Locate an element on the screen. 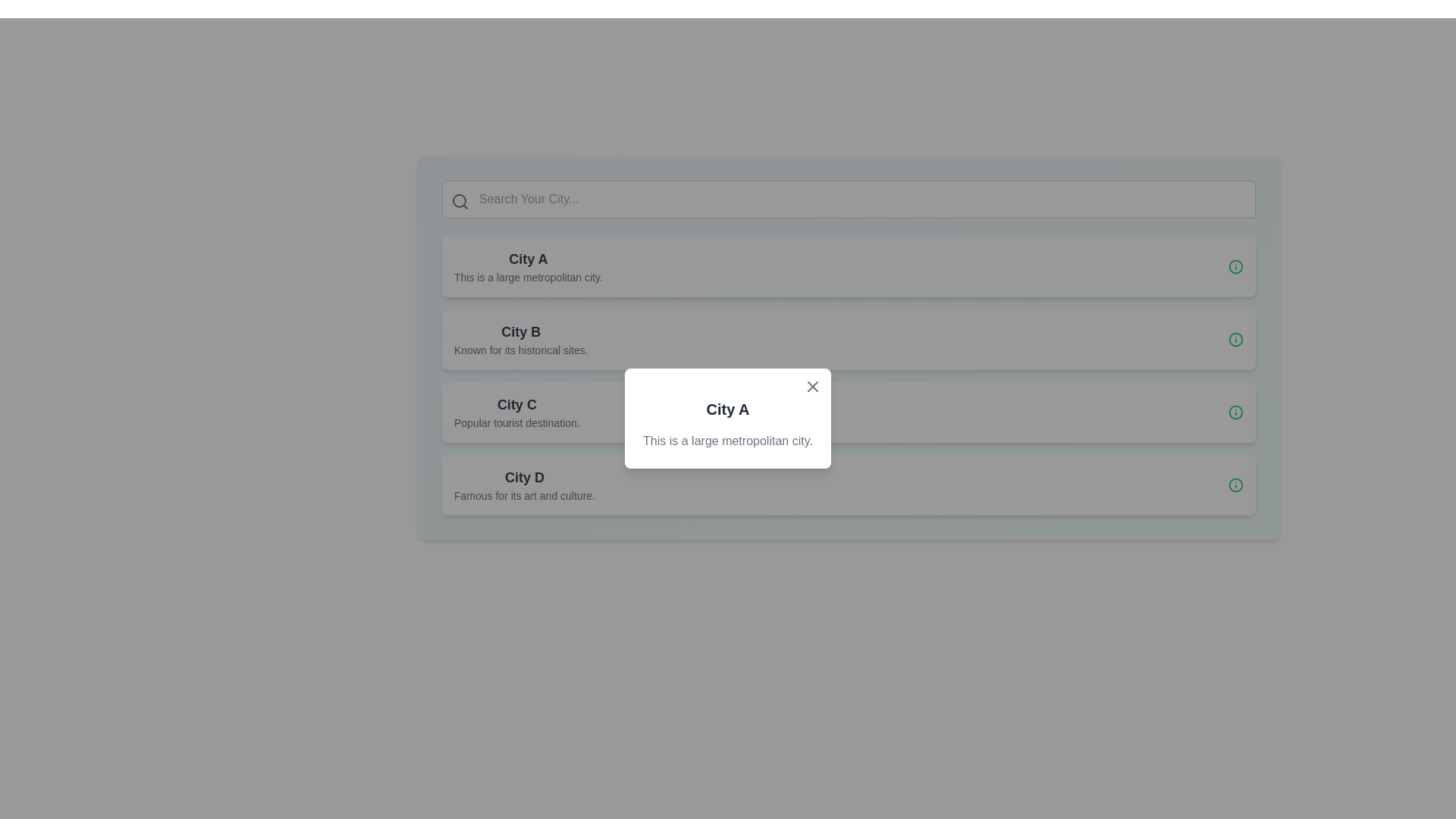 The image size is (1456, 819). the static text element that contains the bold text 'City D', located in the fourth row of city descriptions is located at coordinates (524, 476).